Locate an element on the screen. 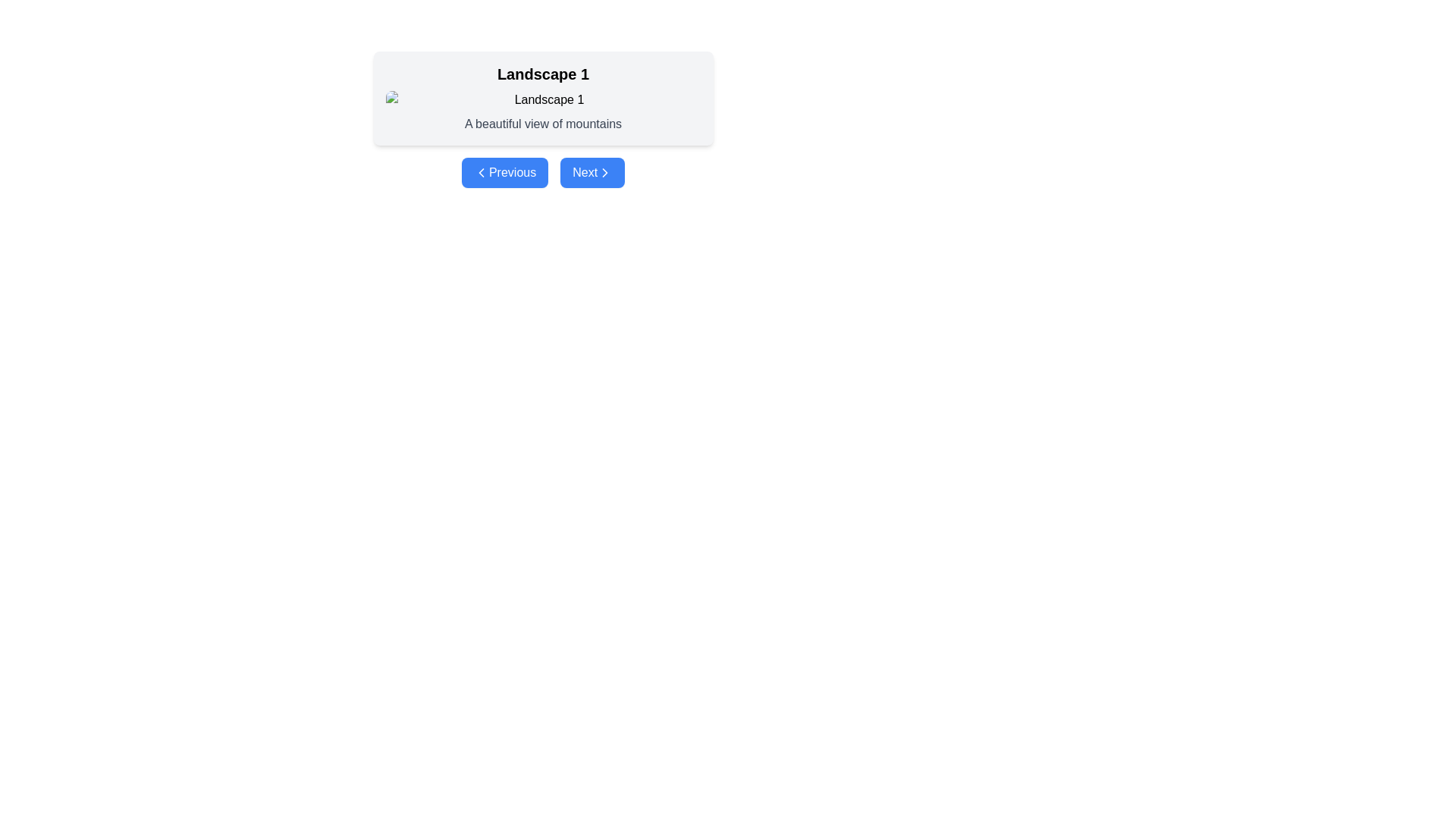 This screenshot has width=1456, height=819. the navigation button located at the bottom center of the interface, which is the second button in a row of two, to proceed to the next page is located at coordinates (591, 171).